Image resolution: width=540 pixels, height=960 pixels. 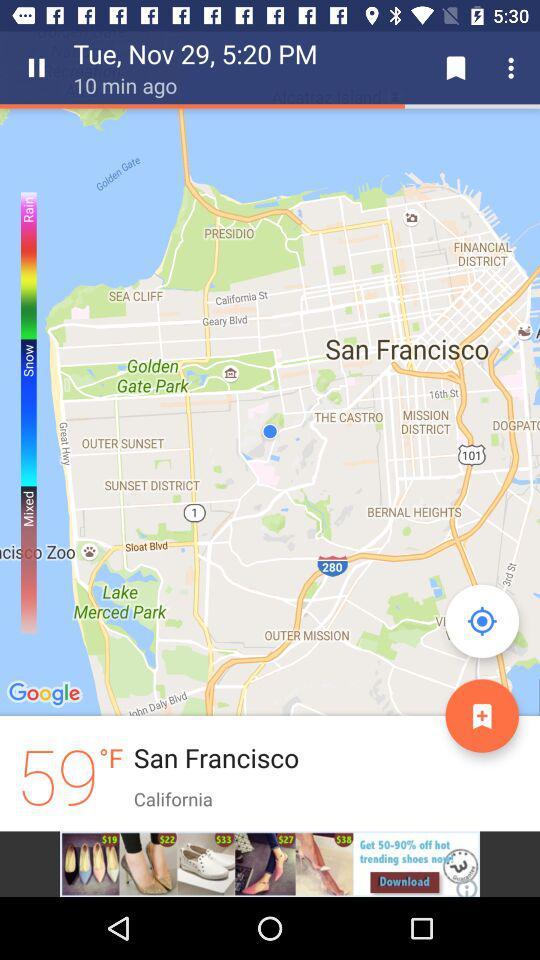 I want to click on the location_crosshair icon, so click(x=481, y=620).